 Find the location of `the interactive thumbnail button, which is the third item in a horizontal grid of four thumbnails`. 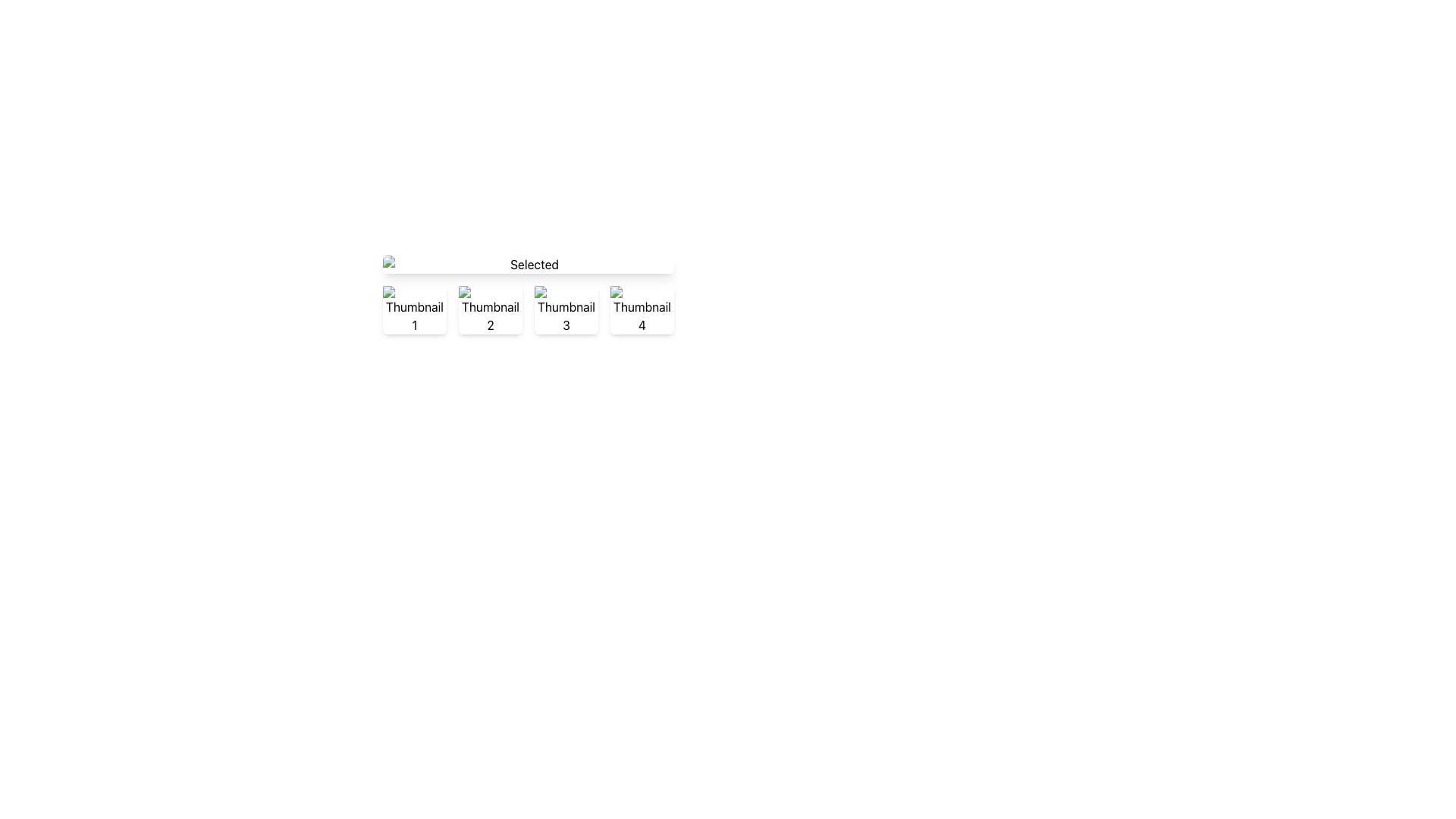

the interactive thumbnail button, which is the third item in a horizontal grid of four thumbnails is located at coordinates (566, 309).